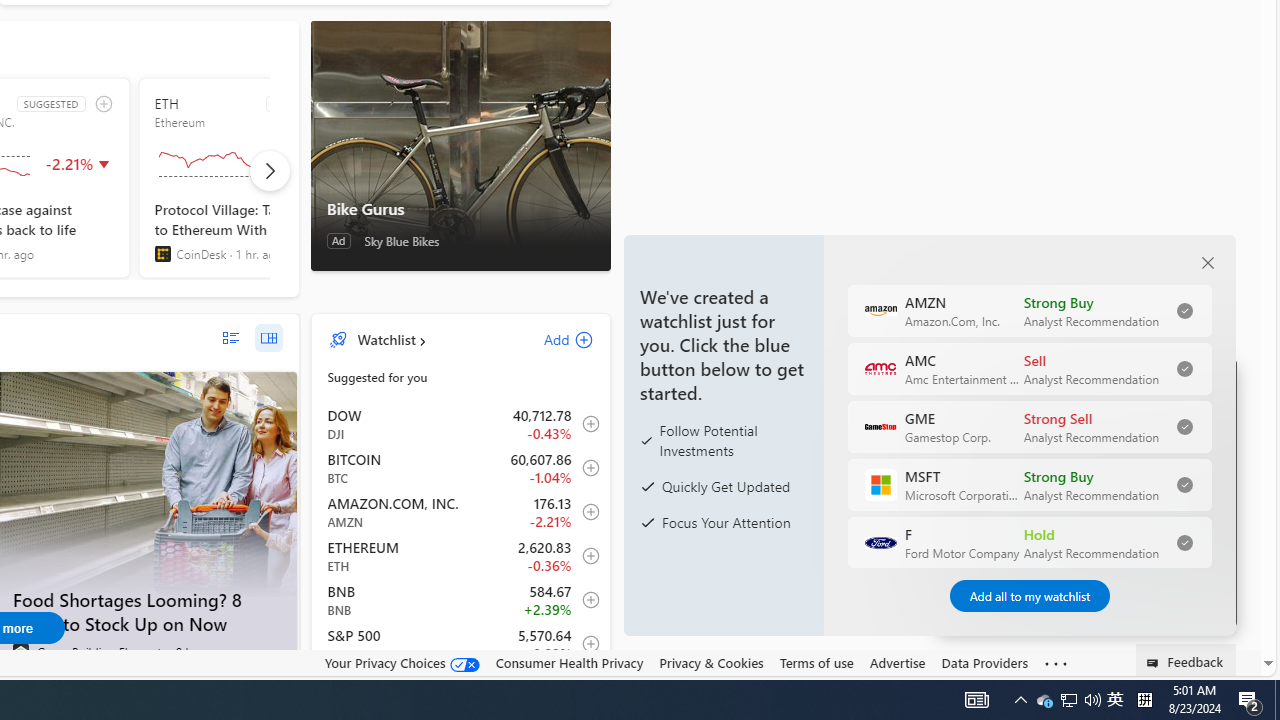 The height and width of the screenshot is (720, 1280). Describe the element at coordinates (1156, 663) in the screenshot. I see `'Class: feedback_link_icon-DS-EntryPoint1-1'` at that location.